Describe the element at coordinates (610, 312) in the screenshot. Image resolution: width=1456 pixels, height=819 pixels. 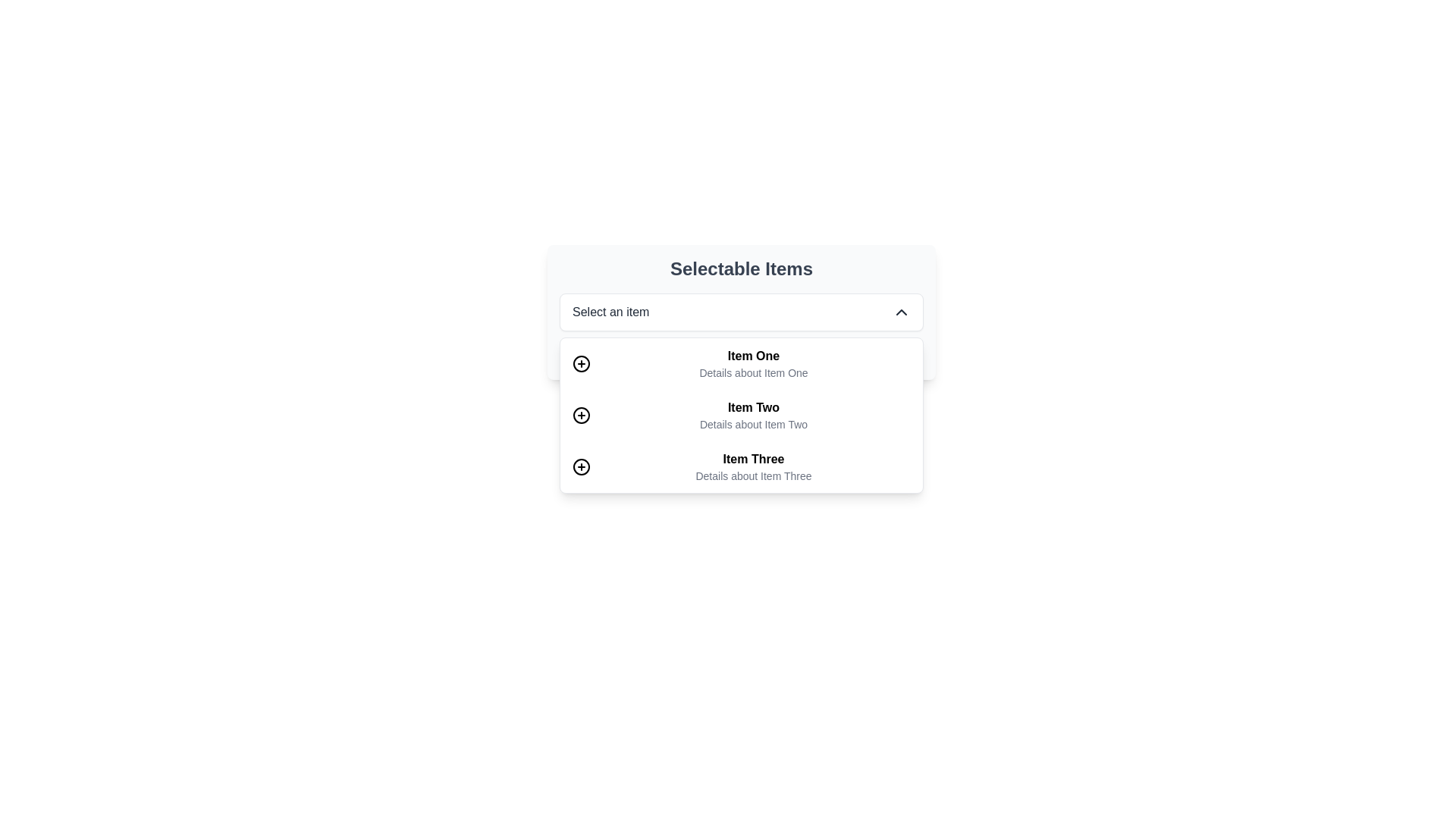
I see `the text label reading 'Select an item' which is centrally aligned in a dropdown interface and located at the center-left of the dropdown component` at that location.